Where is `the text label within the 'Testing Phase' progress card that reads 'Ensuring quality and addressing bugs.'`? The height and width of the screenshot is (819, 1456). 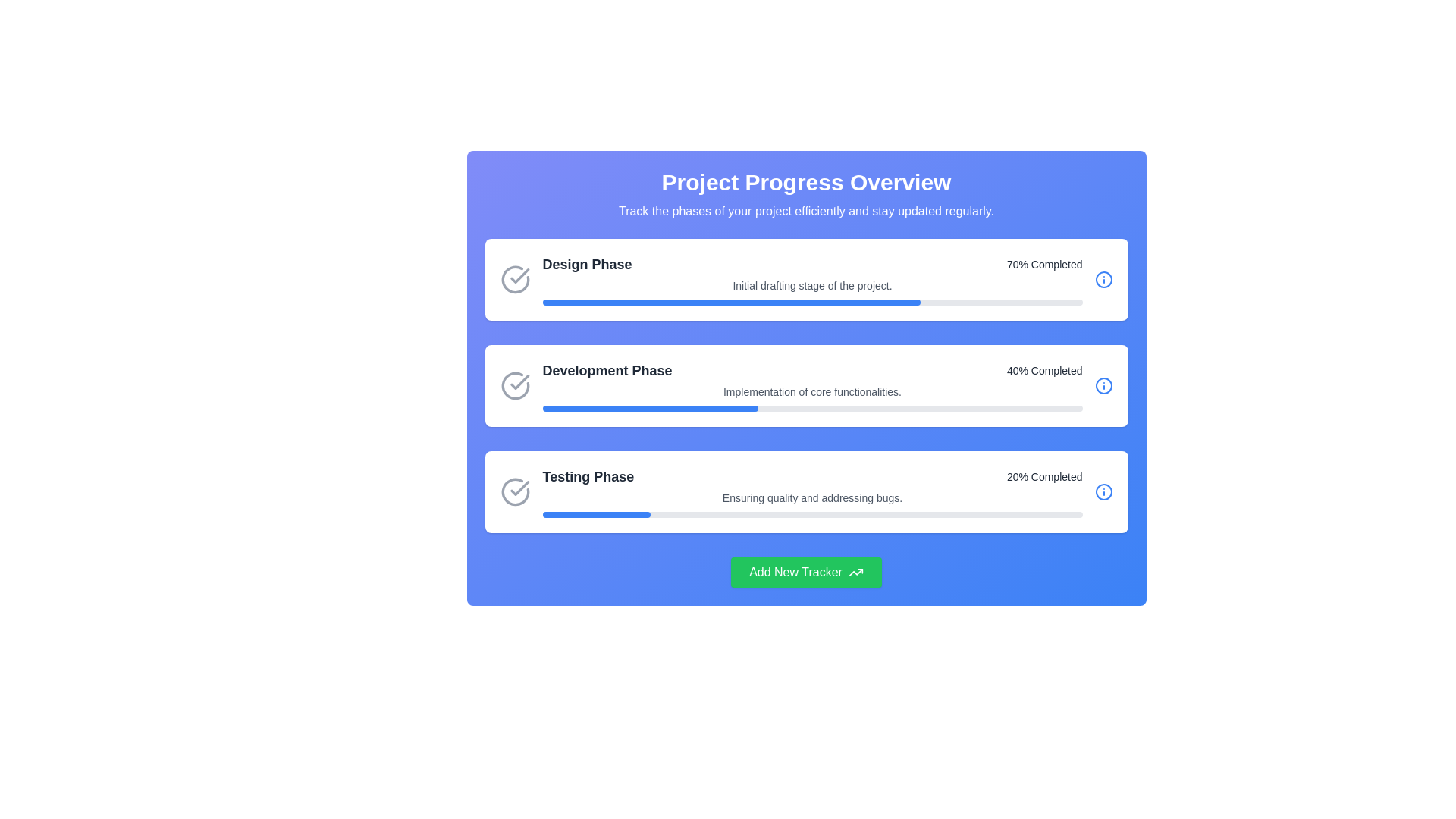
the text label within the 'Testing Phase' progress card that reads 'Ensuring quality and addressing bugs.' is located at coordinates (811, 491).